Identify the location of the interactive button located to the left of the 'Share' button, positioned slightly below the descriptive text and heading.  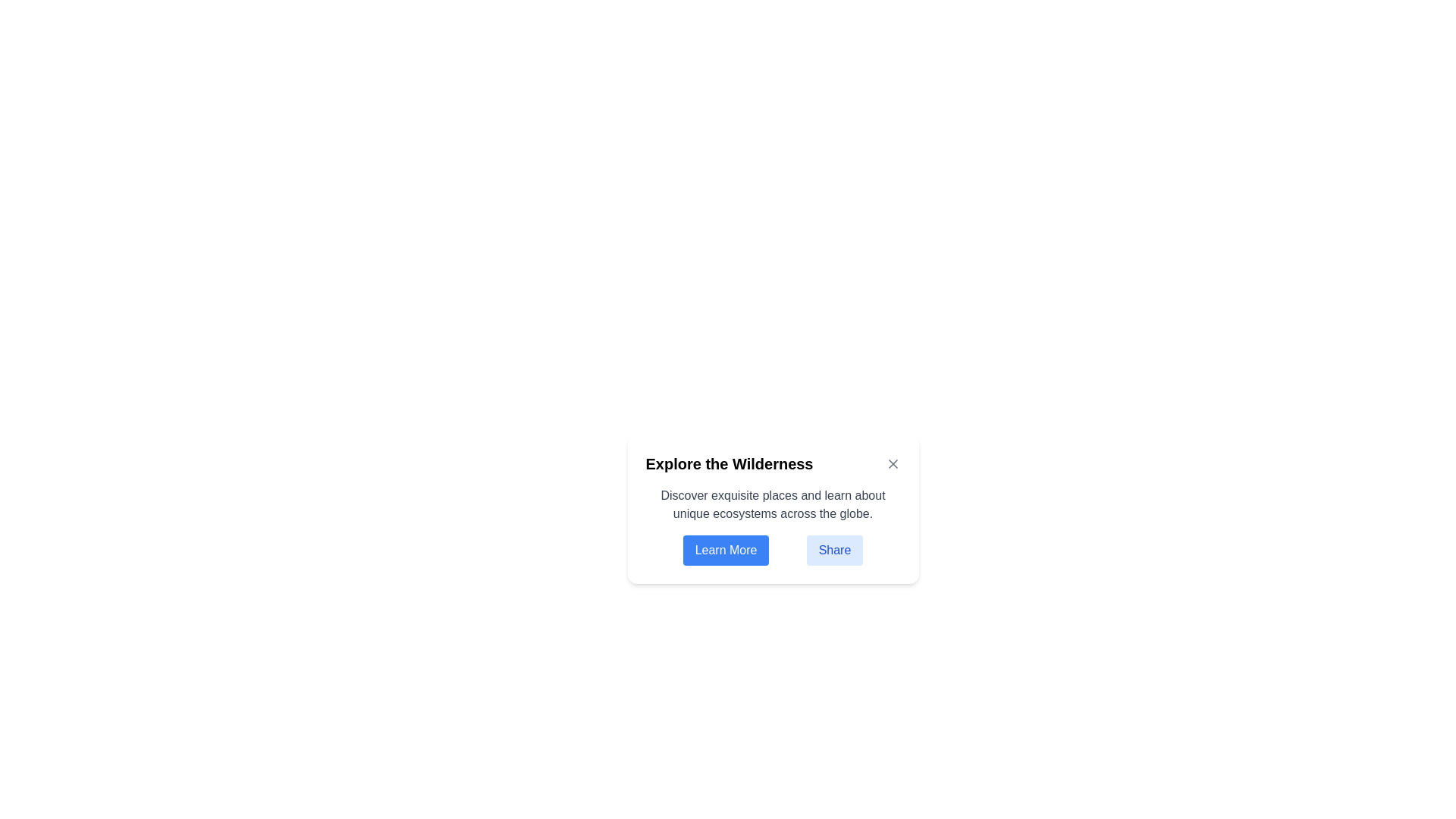
(725, 550).